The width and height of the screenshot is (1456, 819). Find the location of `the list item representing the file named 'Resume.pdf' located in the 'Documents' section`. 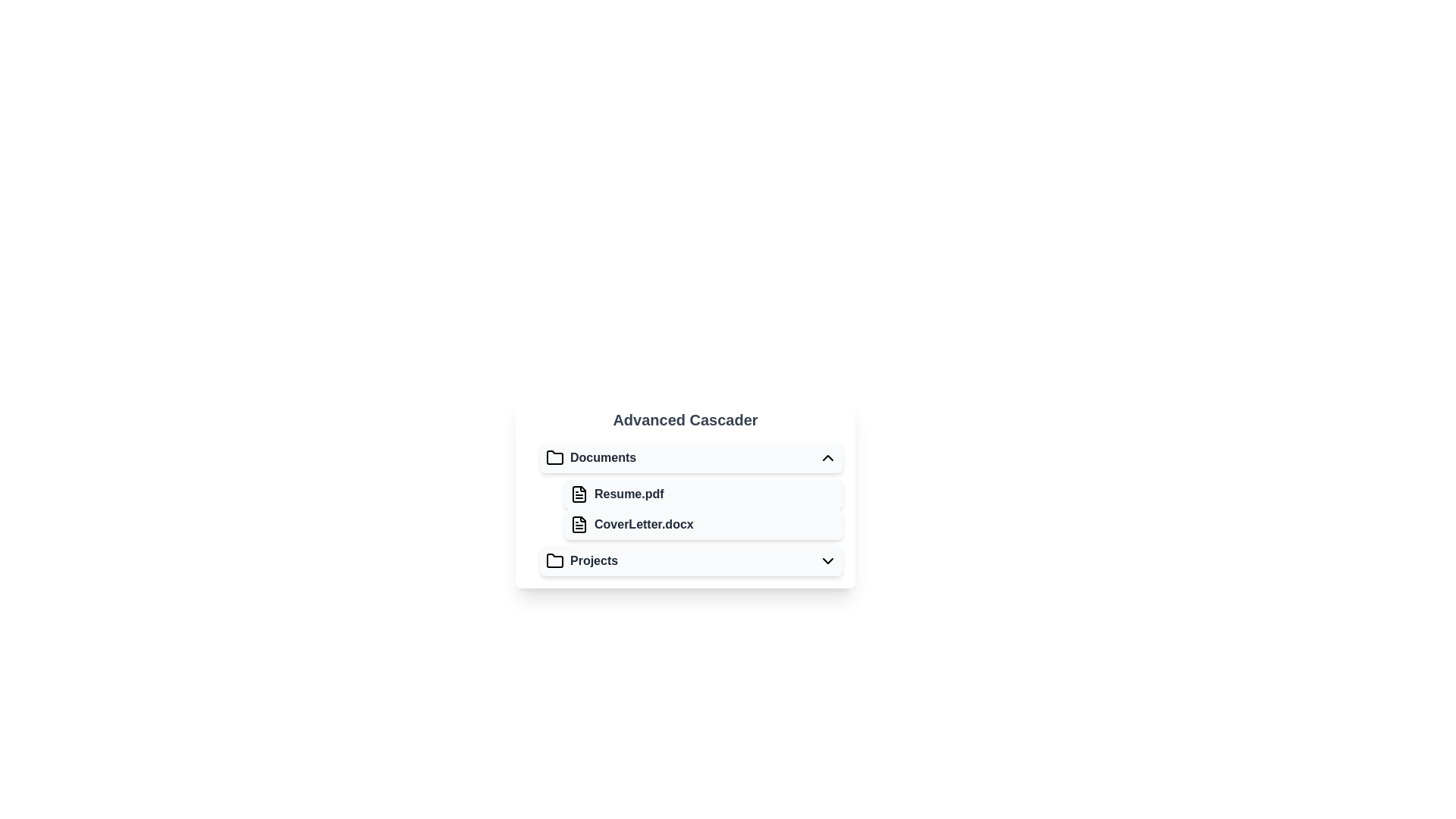

the list item representing the file named 'Resume.pdf' located in the 'Documents' section is located at coordinates (684, 491).